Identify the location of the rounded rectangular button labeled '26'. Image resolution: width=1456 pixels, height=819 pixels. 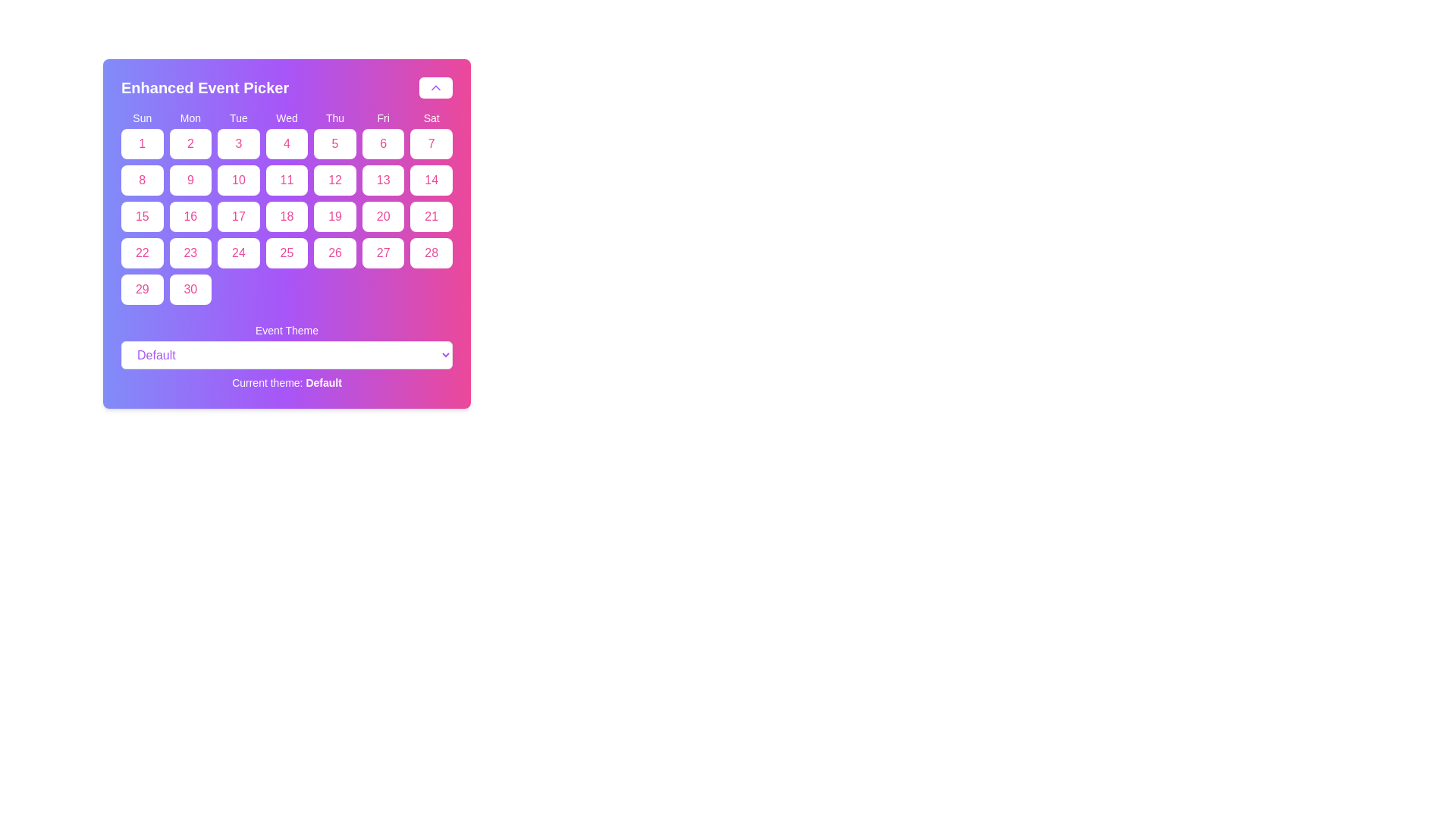
(334, 253).